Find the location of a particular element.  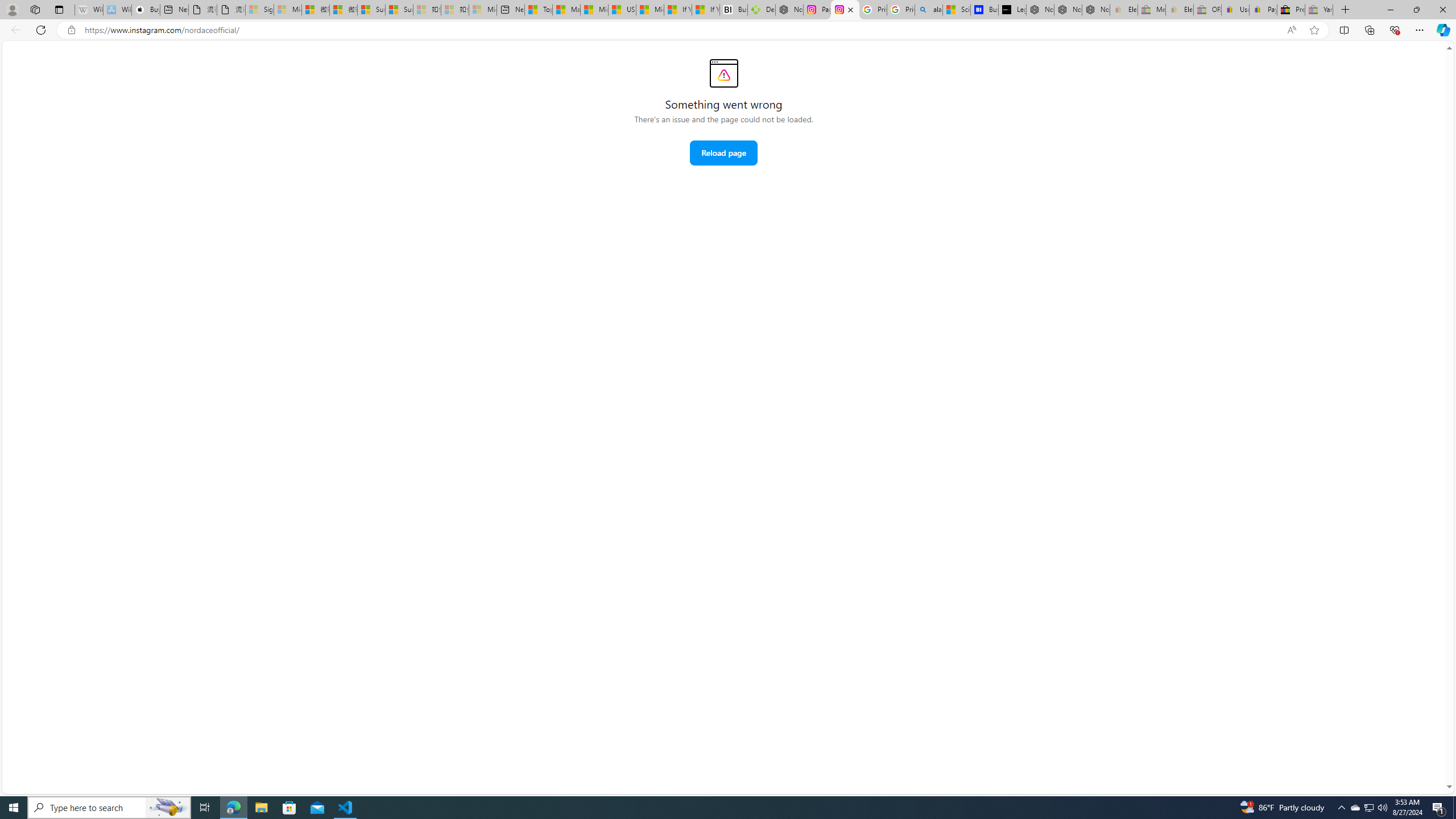

'Top Stories - MSN' is located at coordinates (538, 9).